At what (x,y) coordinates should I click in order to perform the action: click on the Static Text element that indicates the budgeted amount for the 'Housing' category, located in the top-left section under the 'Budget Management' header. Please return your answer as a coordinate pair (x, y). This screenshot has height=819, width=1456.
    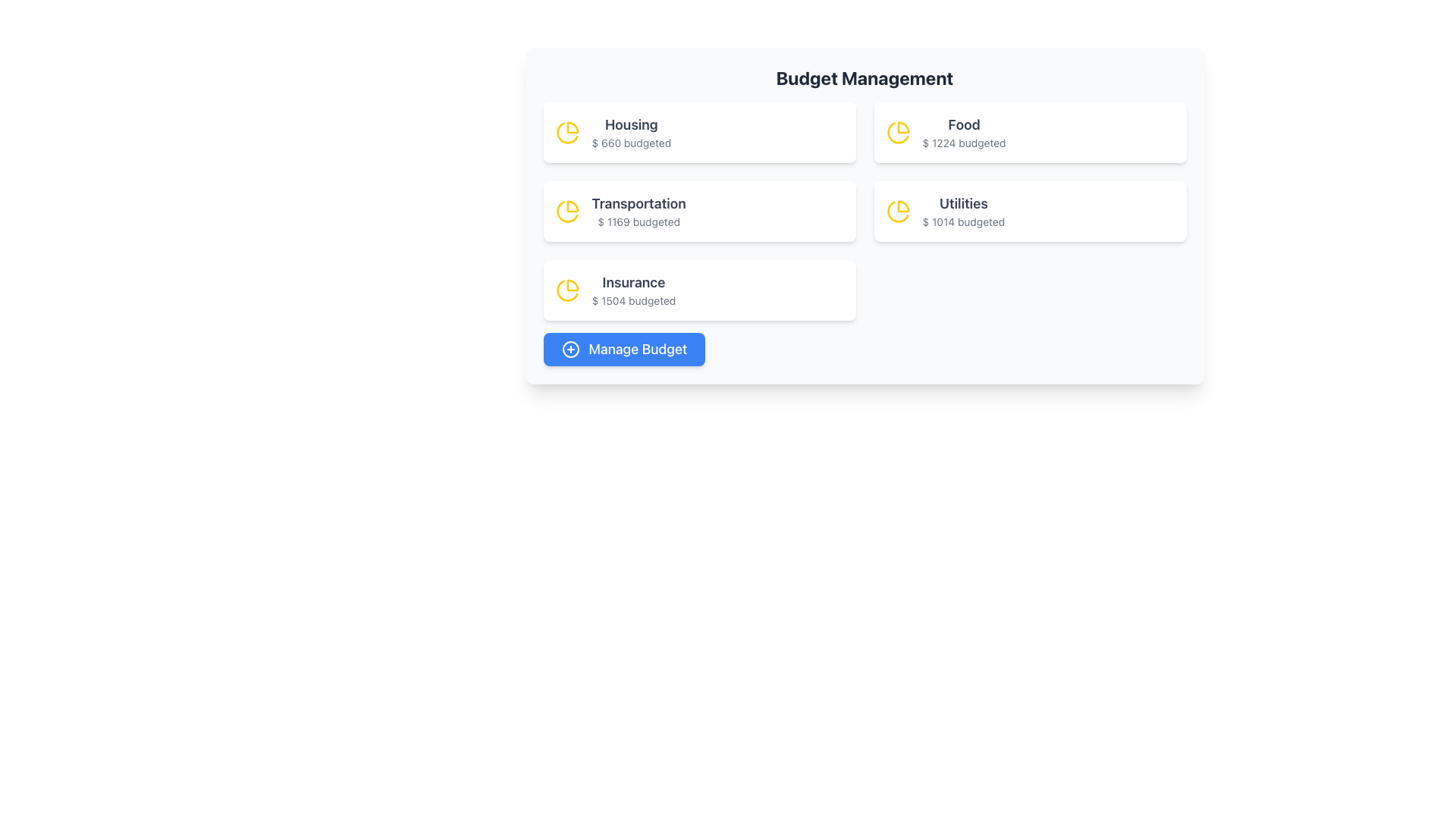
    Looking at the image, I should click on (631, 143).